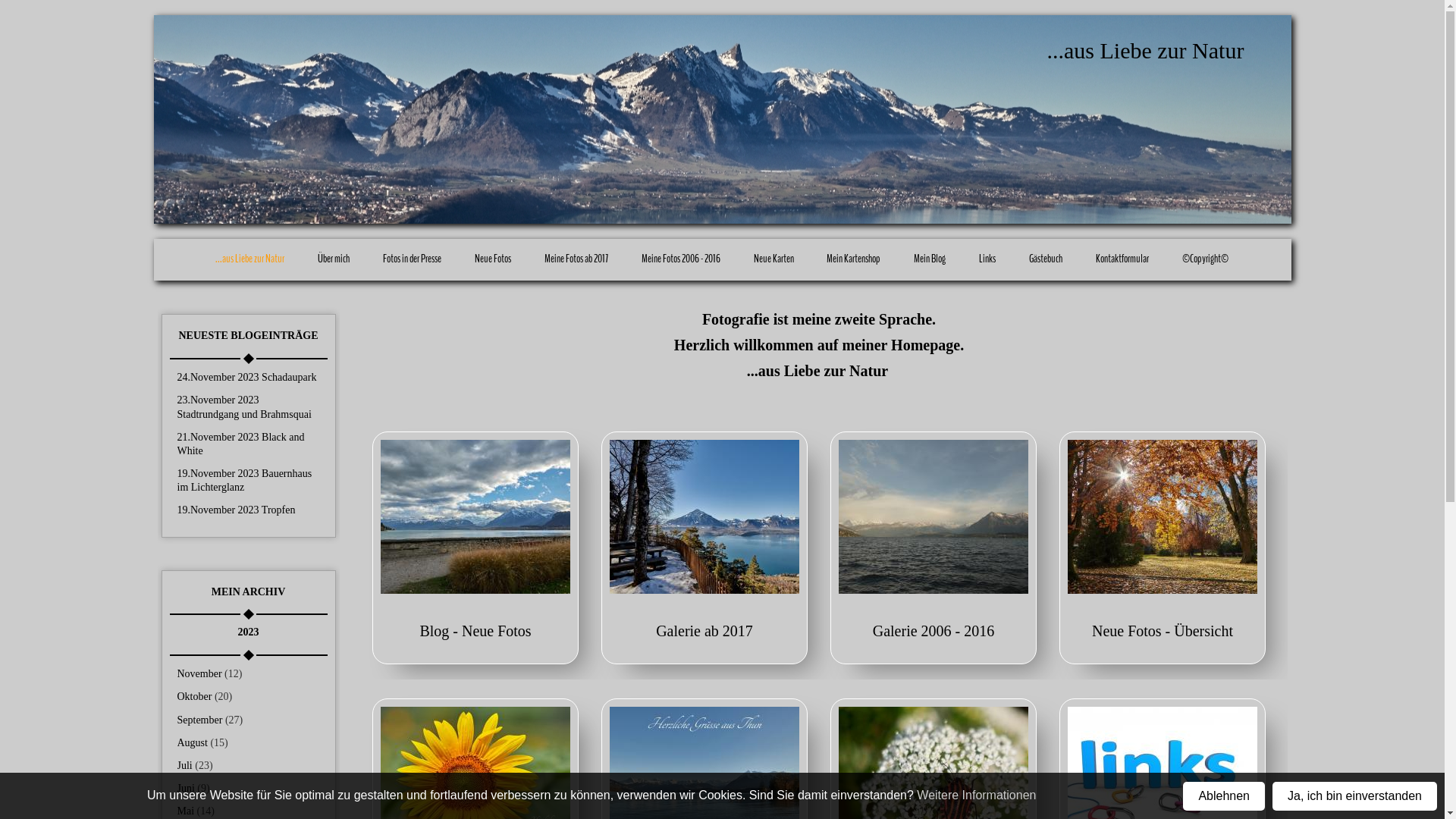 The width and height of the screenshot is (1456, 819). What do you see at coordinates (195, 810) in the screenshot?
I see `'Mai (14)'` at bounding box center [195, 810].